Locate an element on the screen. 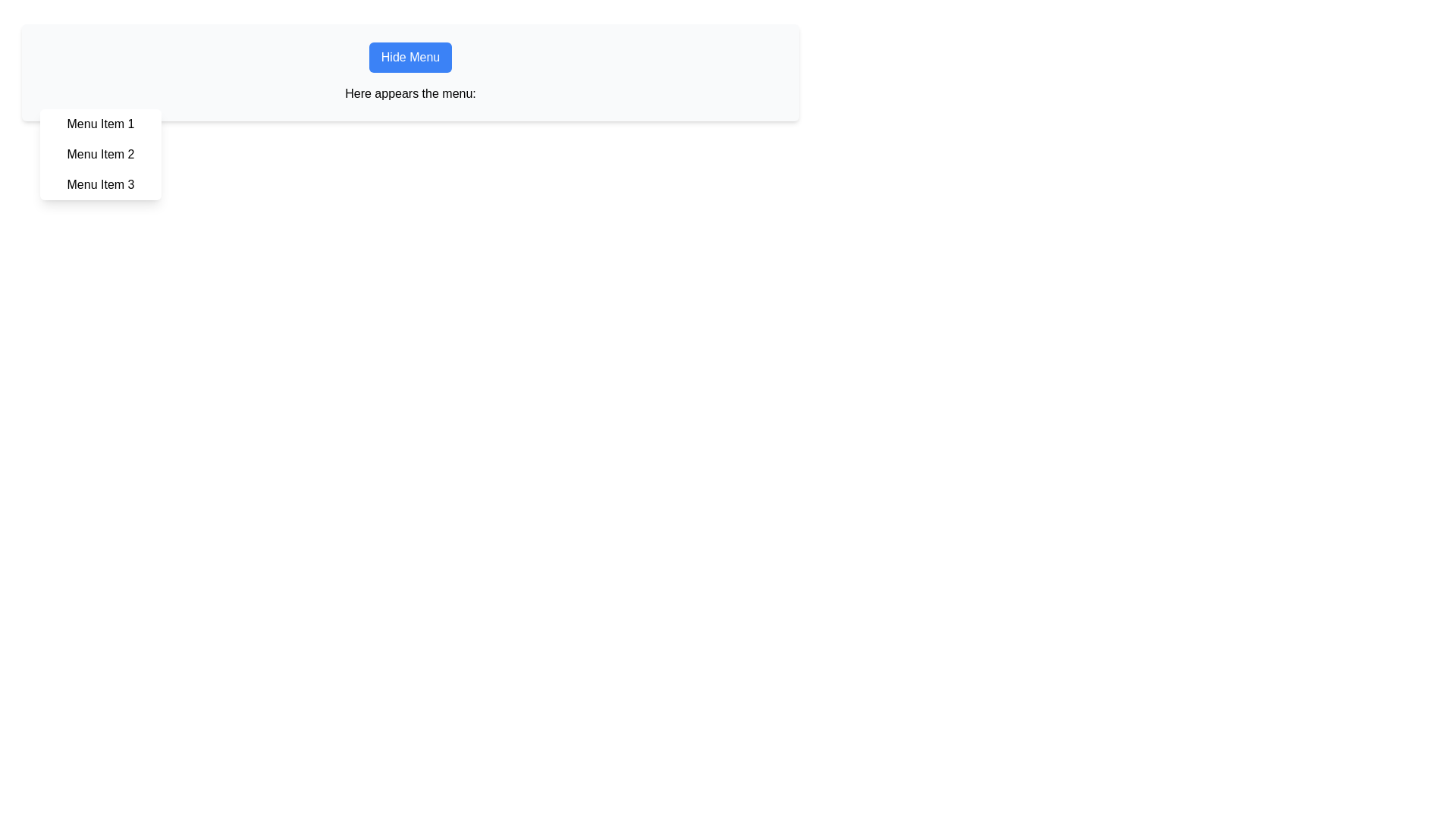 Image resolution: width=1456 pixels, height=819 pixels. the Dropdown Menu located below the text 'Here appears the menu:' is located at coordinates (100, 155).